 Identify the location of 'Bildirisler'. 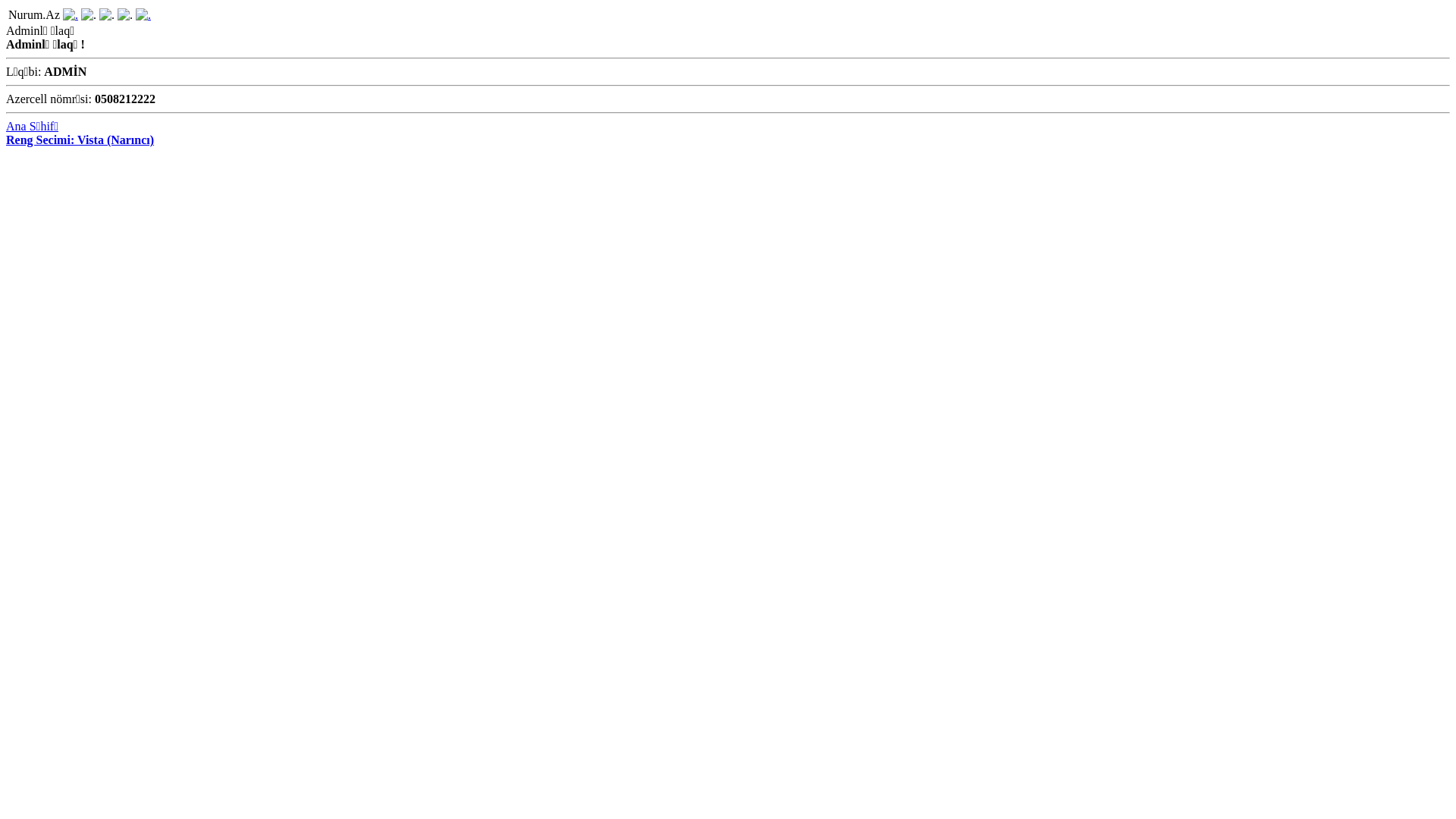
(105, 14).